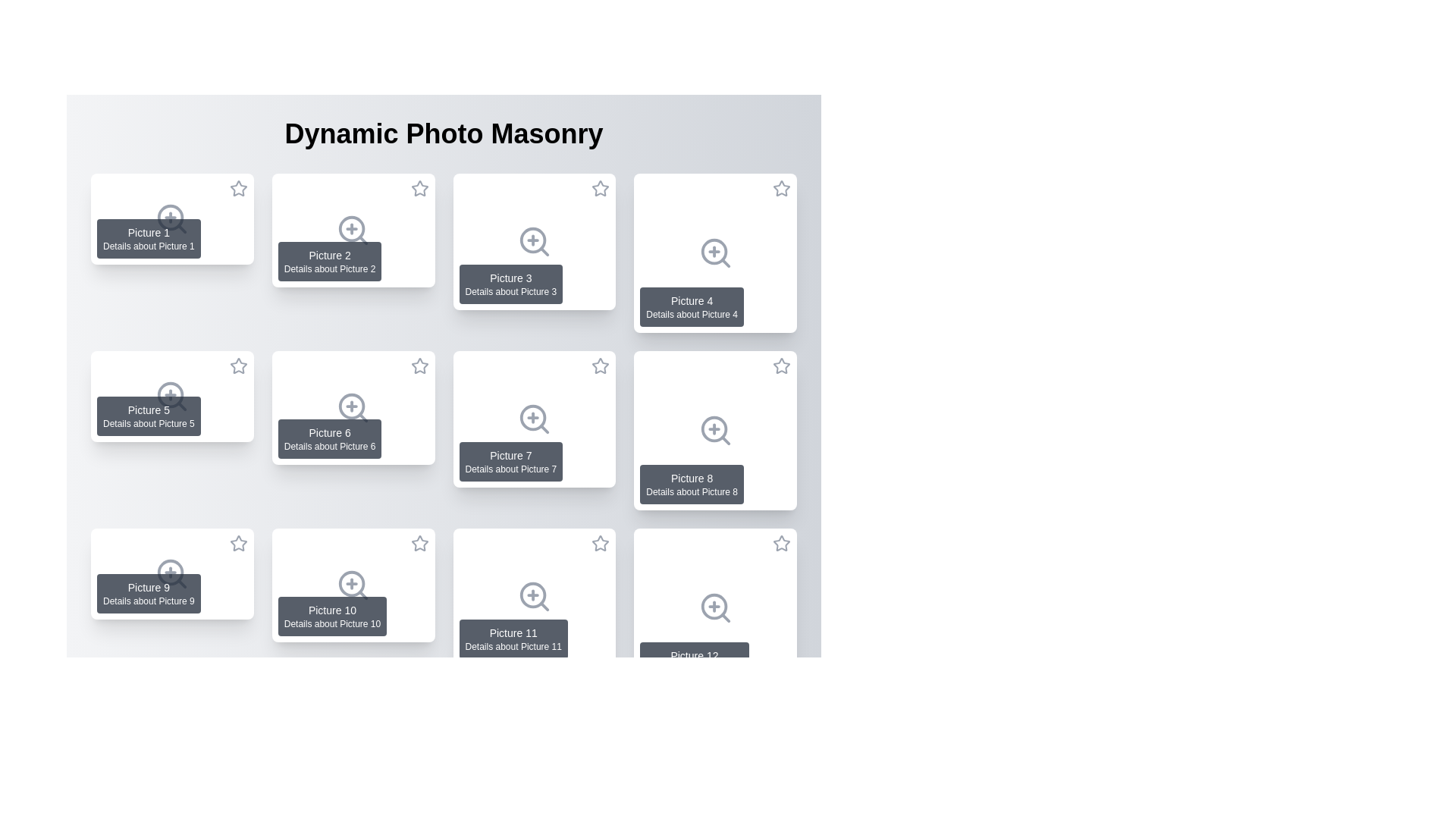  What do you see at coordinates (353, 584) in the screenshot?
I see `the zoom icon located at the center of the lower dark gray overlay area of the 'Picture 10' card in the 'Dynamic Photo Masonry' layout` at bounding box center [353, 584].